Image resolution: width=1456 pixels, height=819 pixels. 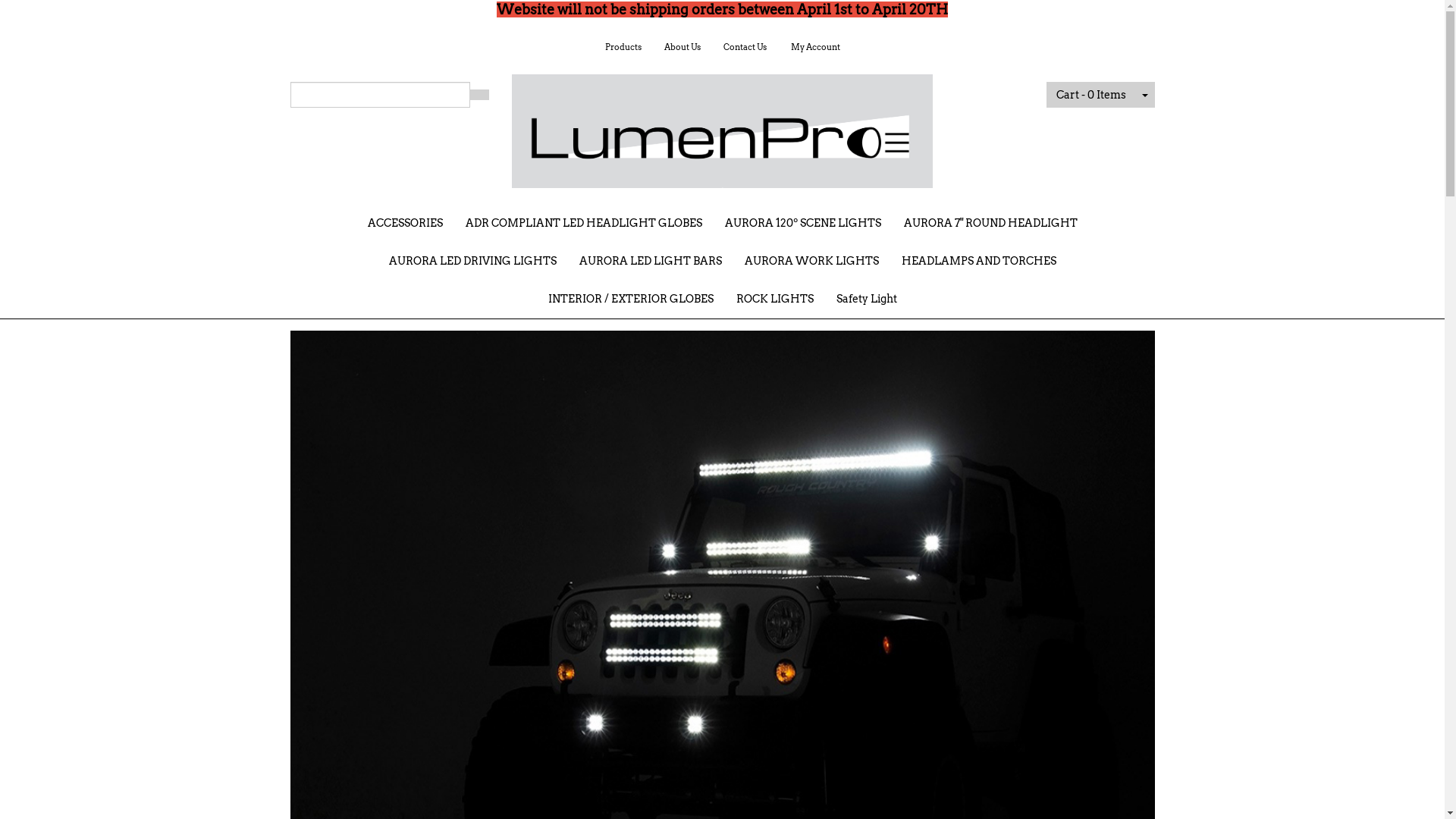 What do you see at coordinates (744, 45) in the screenshot?
I see `'Contact Us'` at bounding box center [744, 45].